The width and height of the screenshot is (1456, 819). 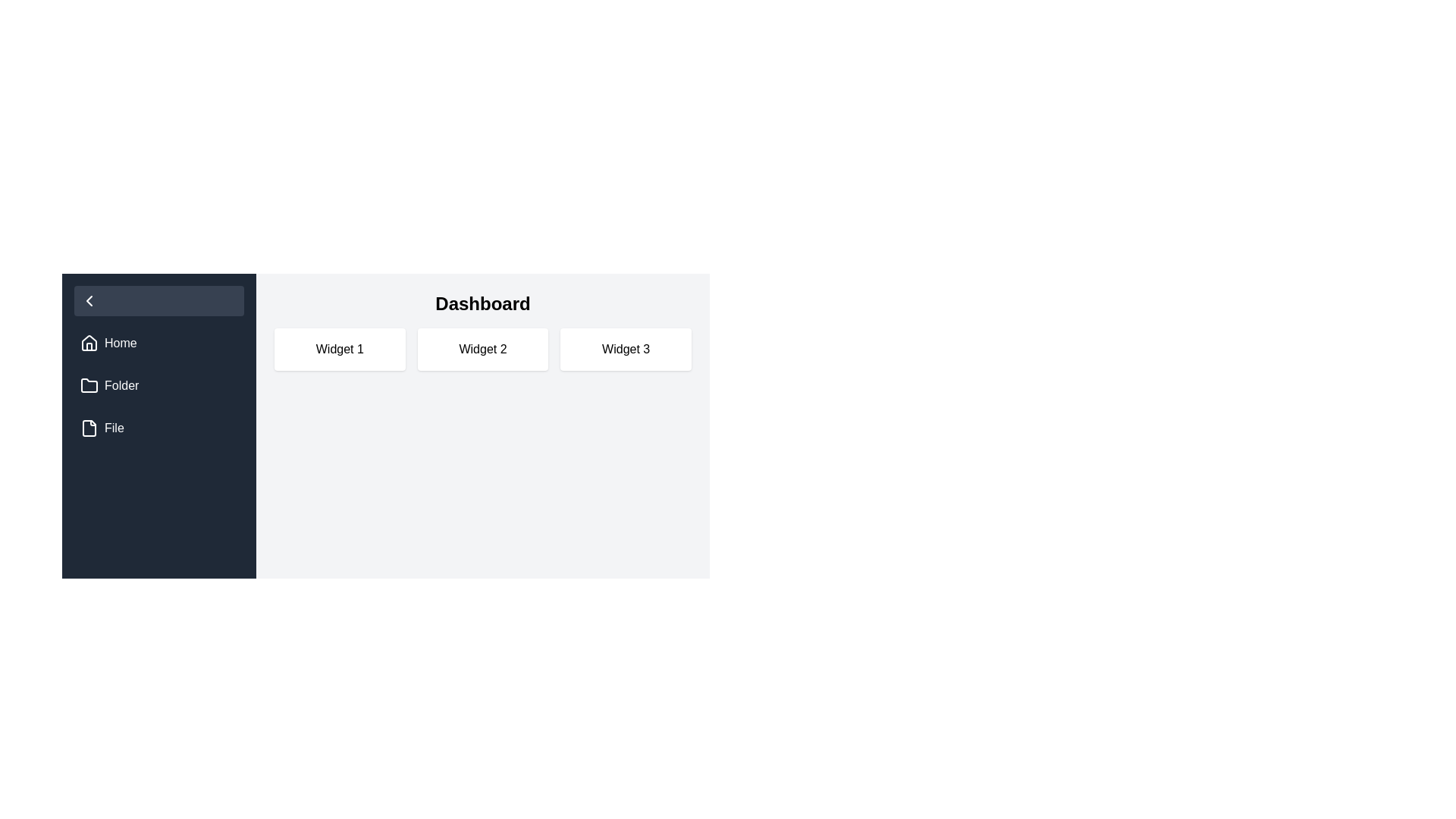 I want to click on the Card or module display box representing 'Widget 2', which is the second element in a row of three, positioned below the 'Dashboard' heading, so click(x=482, y=350).